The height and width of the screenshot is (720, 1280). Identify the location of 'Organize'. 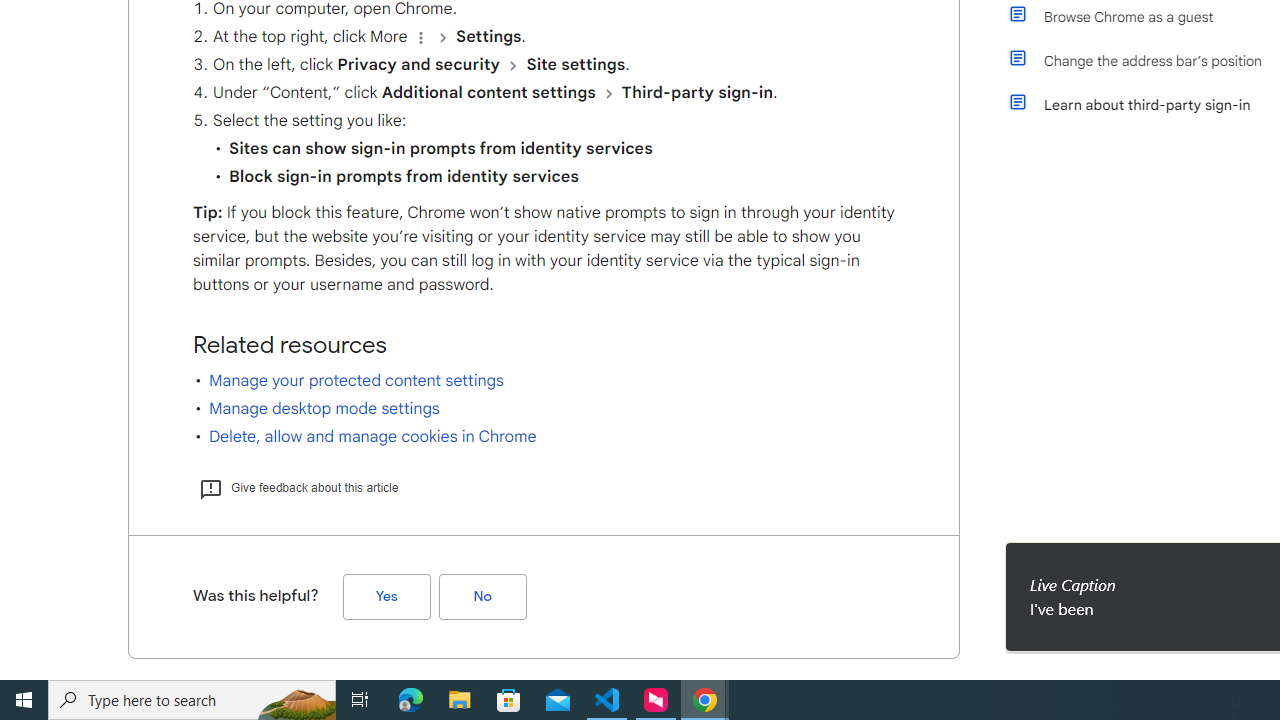
(419, 37).